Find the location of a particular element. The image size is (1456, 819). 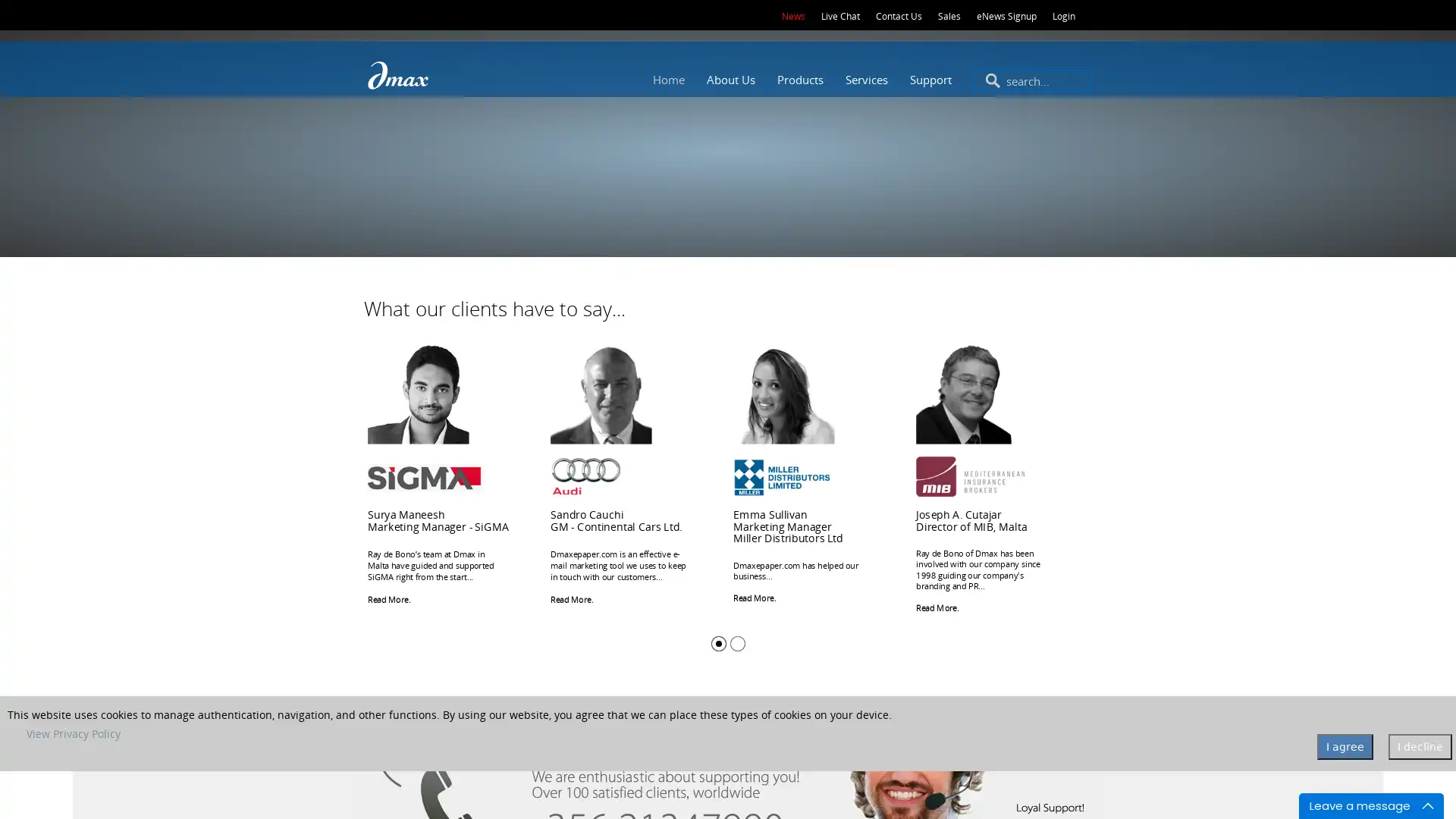

I agree is located at coordinates (1345, 745).